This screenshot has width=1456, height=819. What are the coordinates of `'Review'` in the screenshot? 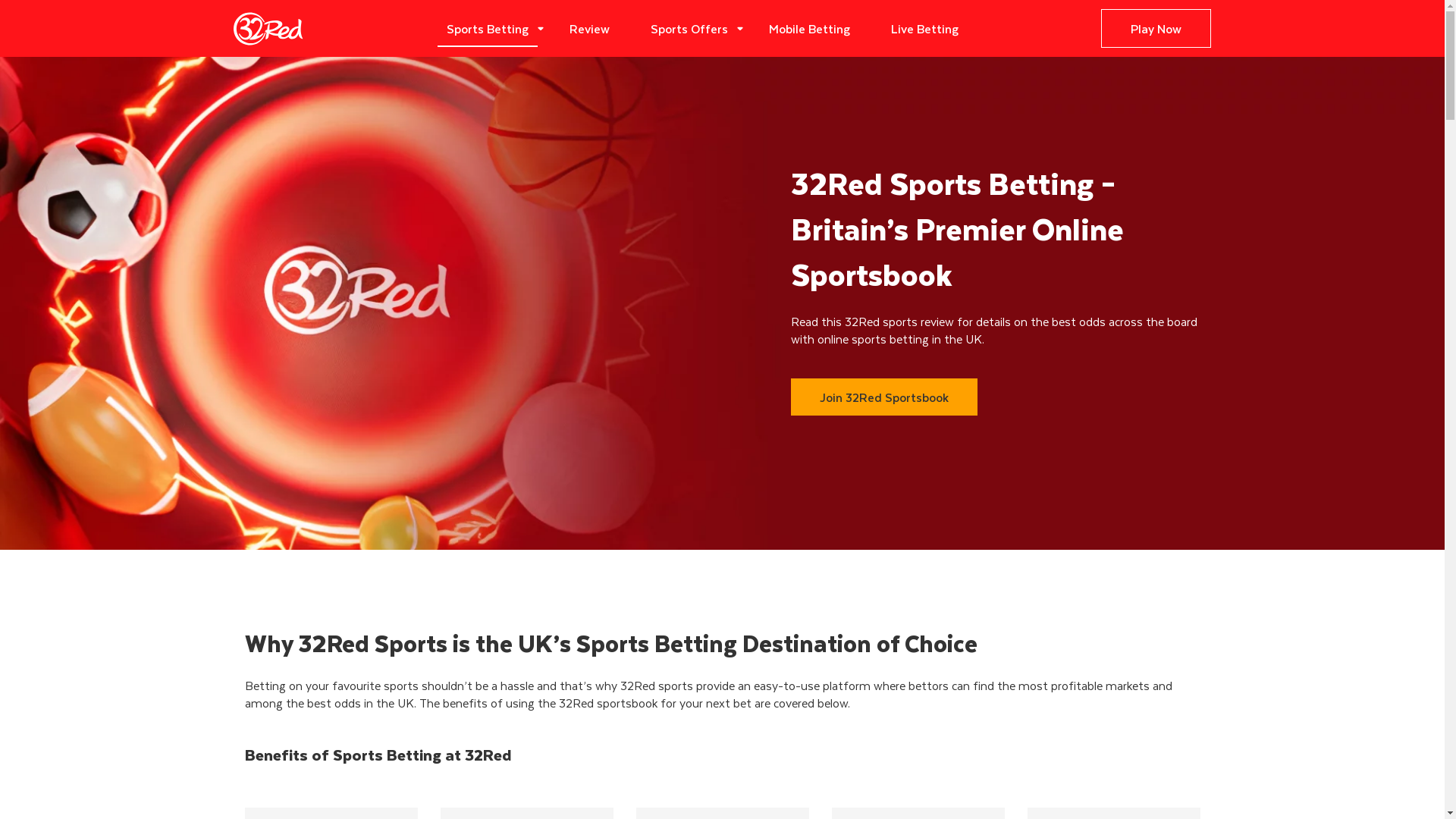 It's located at (560, 28).